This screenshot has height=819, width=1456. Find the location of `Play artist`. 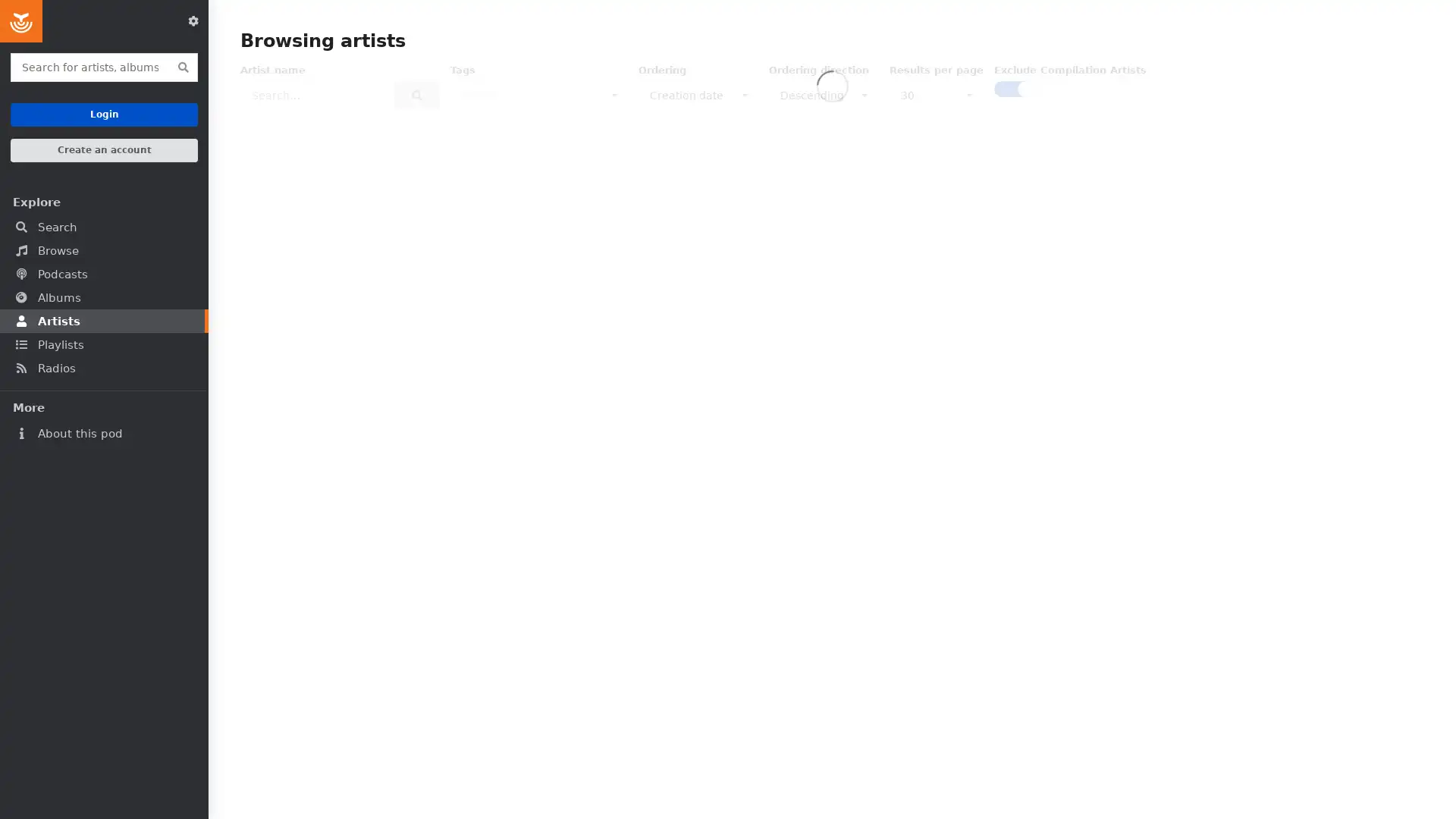

Play artist is located at coordinates (367, 785).